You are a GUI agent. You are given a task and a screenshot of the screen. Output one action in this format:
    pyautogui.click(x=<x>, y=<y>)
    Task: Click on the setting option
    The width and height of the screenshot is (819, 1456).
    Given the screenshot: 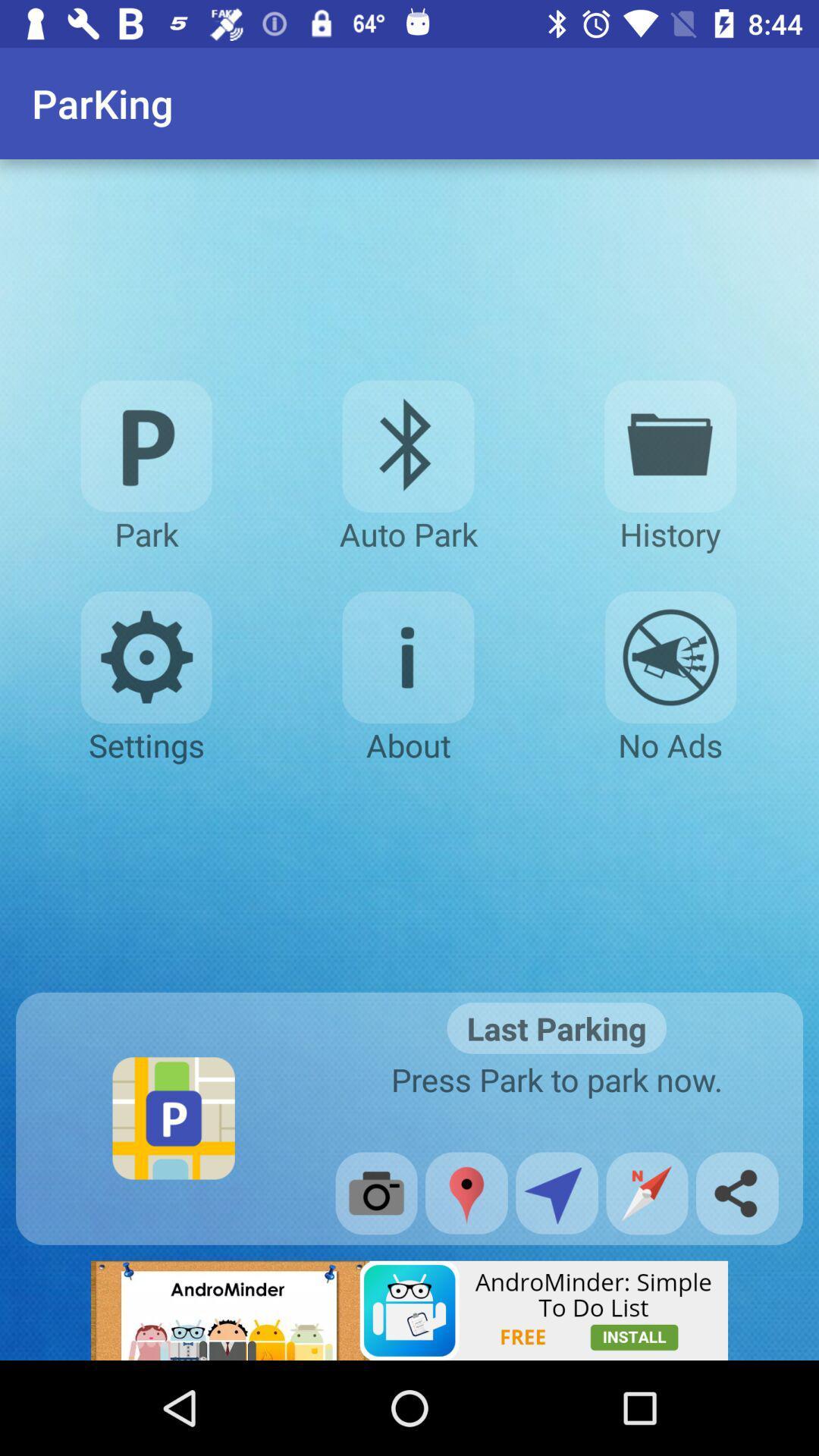 What is the action you would take?
    pyautogui.click(x=146, y=657)
    